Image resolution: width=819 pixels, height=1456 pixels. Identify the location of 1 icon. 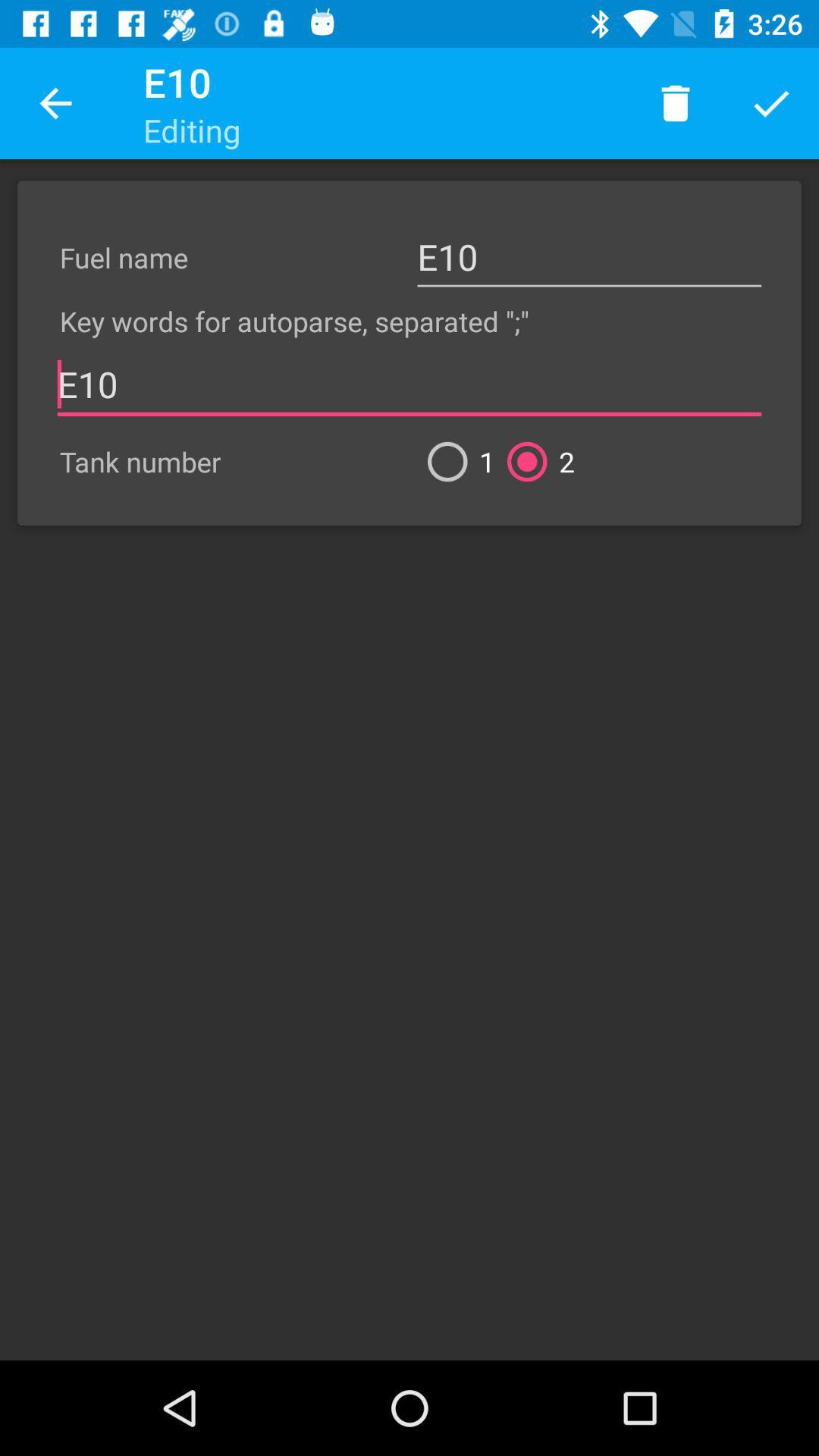
(454, 461).